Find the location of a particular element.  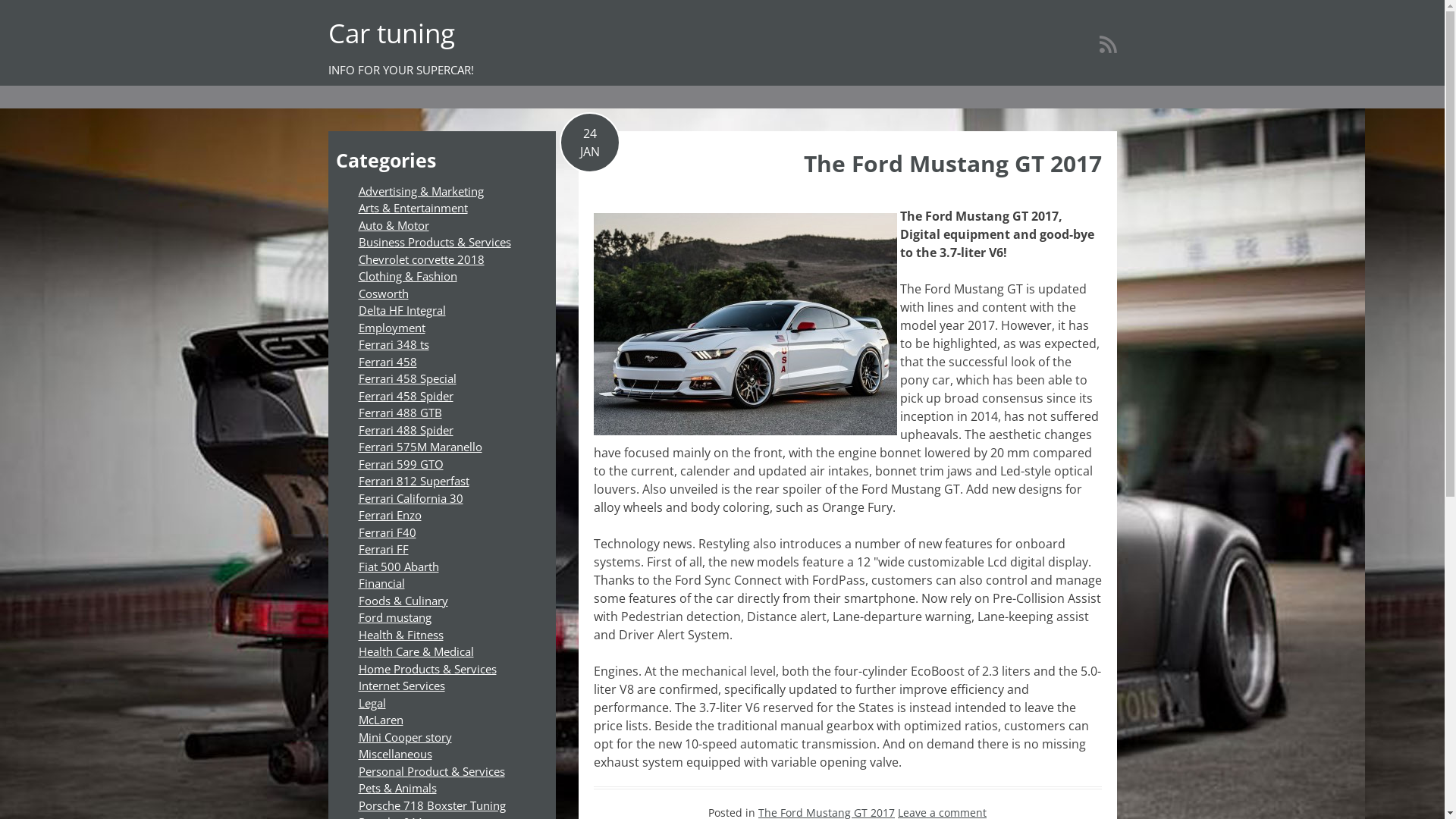

'Ferrari 575M Maranello' is located at coordinates (419, 446).